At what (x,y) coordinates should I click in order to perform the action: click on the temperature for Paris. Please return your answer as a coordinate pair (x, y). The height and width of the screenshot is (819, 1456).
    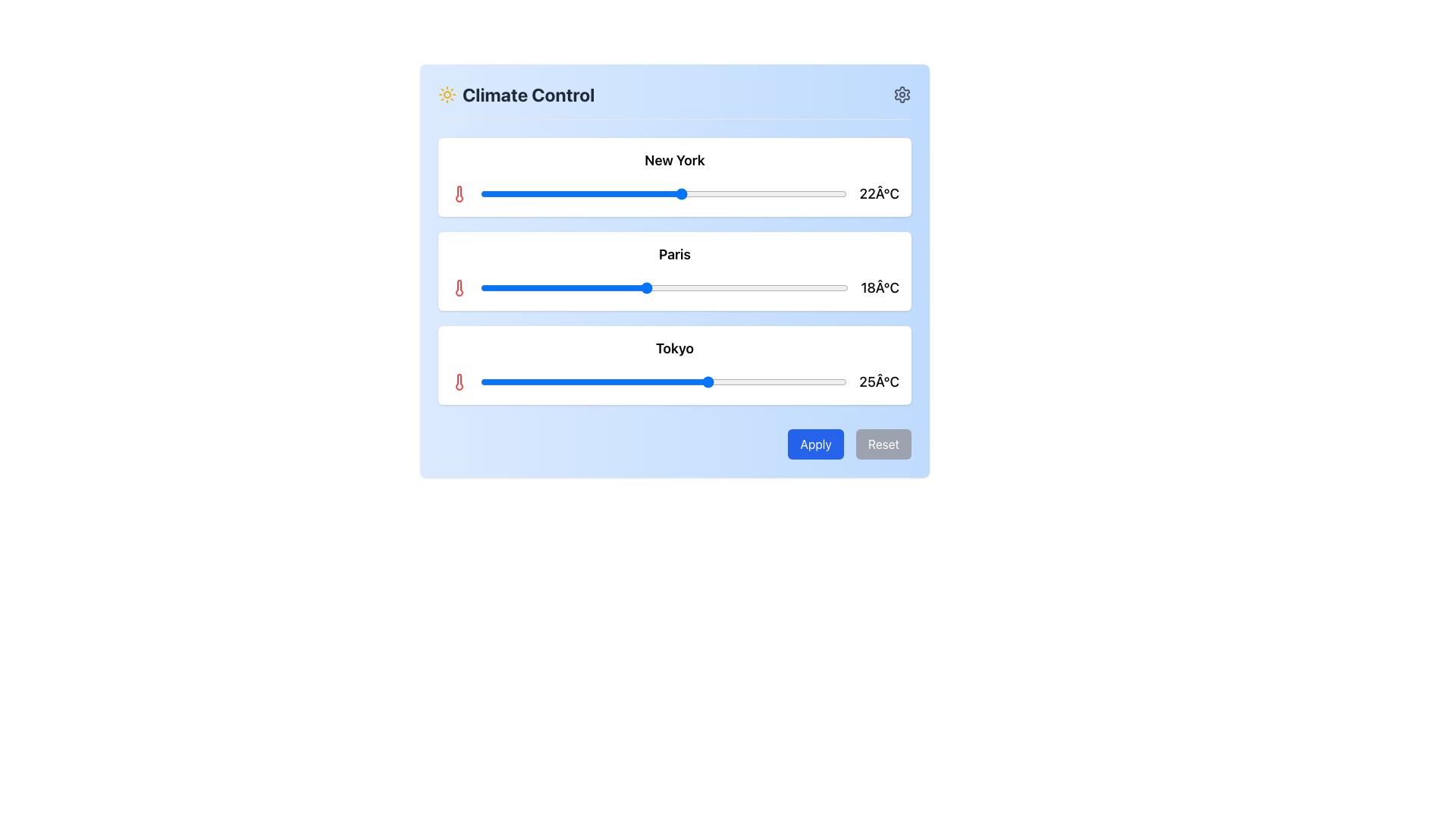
    Looking at the image, I should click on (535, 288).